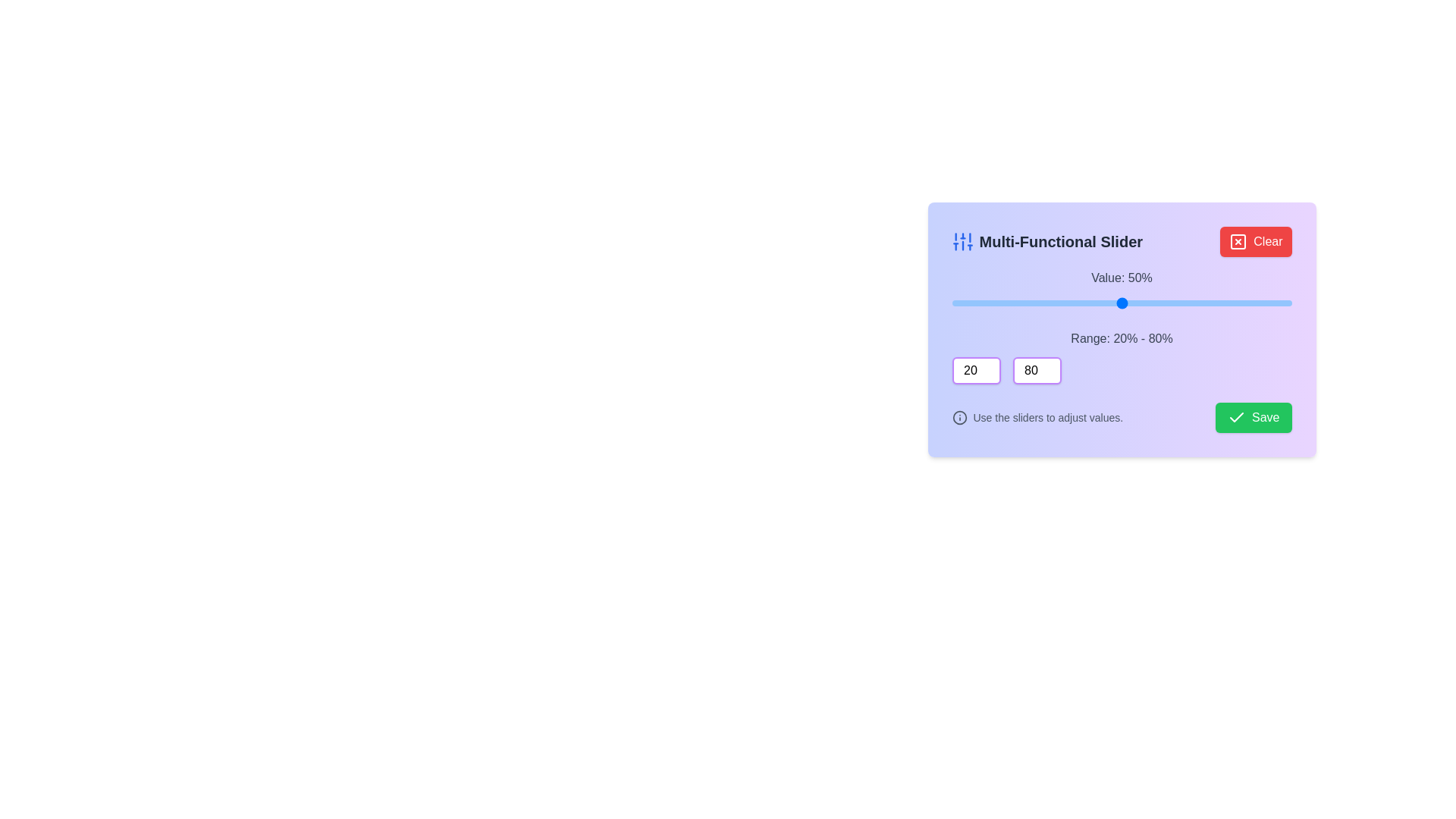 The image size is (1456, 819). I want to click on the numerical input field with a purple border and rounded corners, which contains the number '20', to trigger any tooltips, so click(976, 371).